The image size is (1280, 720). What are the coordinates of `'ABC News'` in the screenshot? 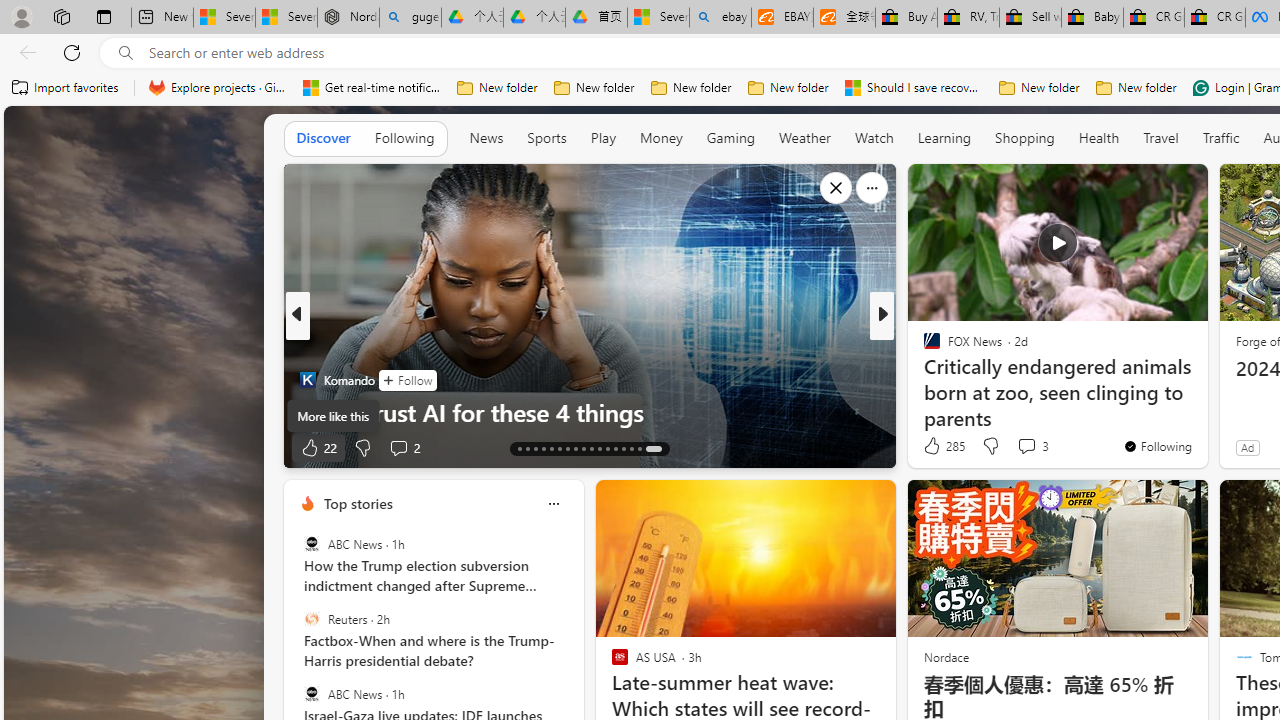 It's located at (310, 692).